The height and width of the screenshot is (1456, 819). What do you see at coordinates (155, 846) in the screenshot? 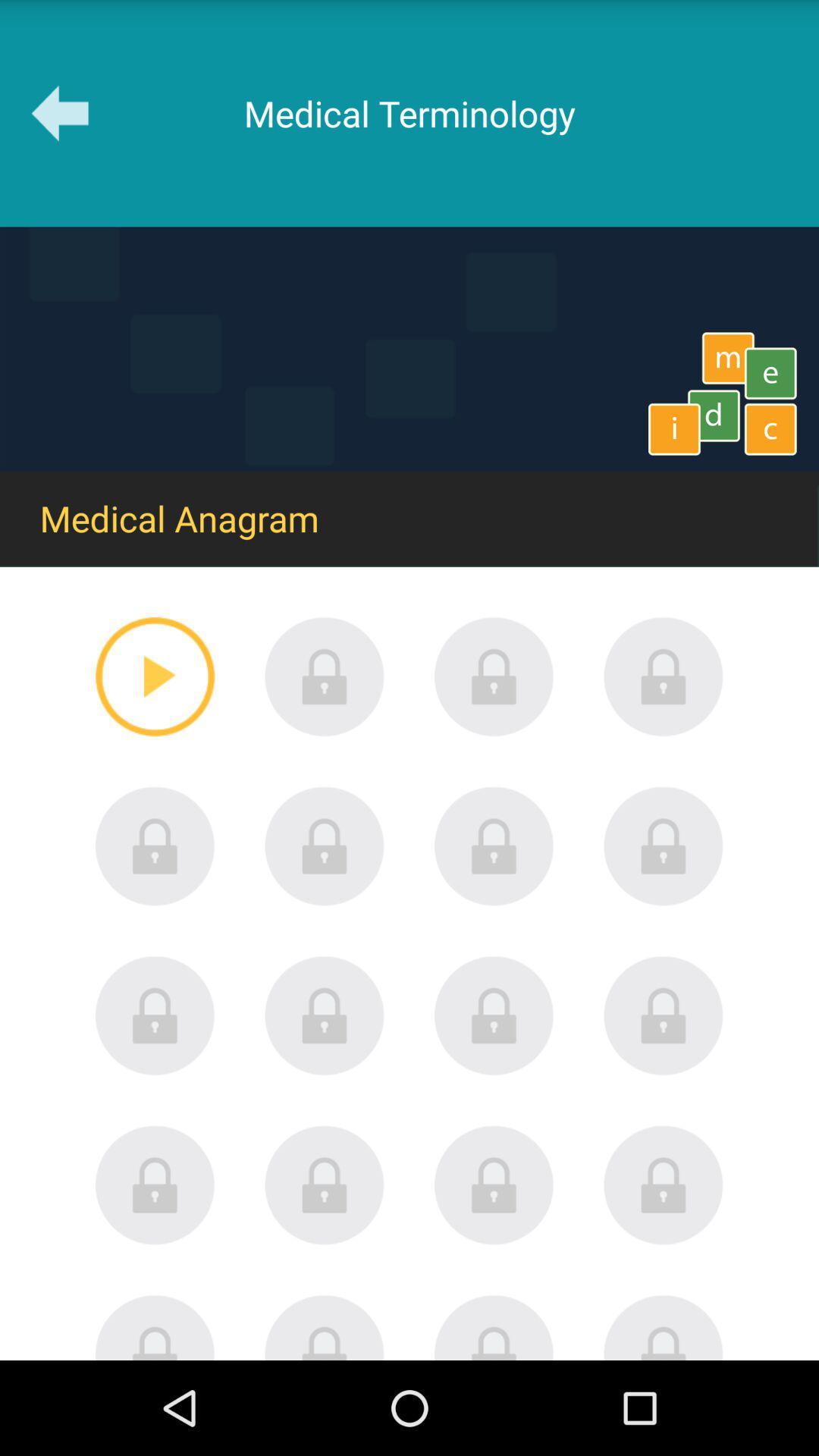
I see `menu is locked` at bounding box center [155, 846].